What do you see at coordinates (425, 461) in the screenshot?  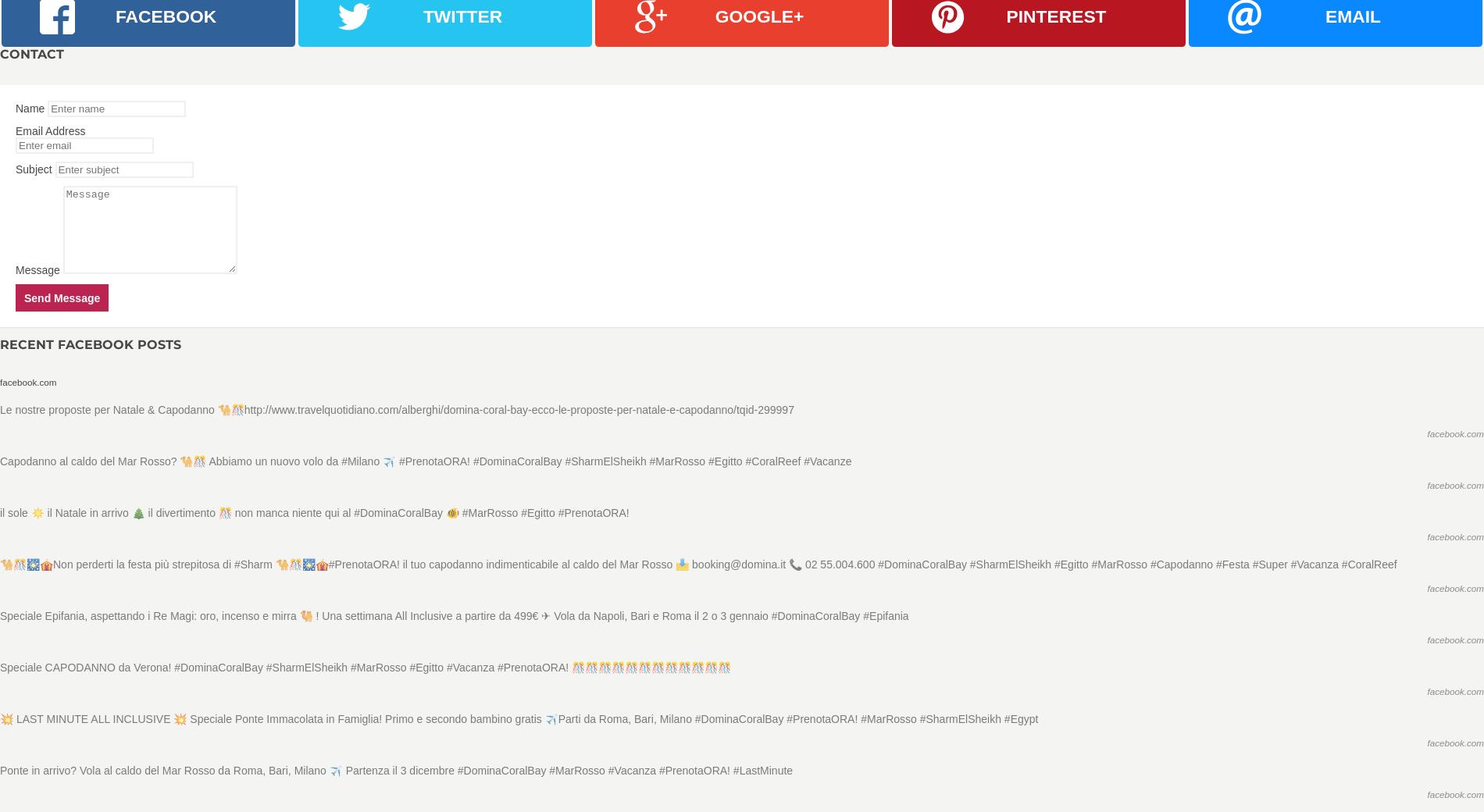 I see `'Capodanno al caldo del Mar Rosso?
🐪🎊
Abbiamo un nuovo volo da #Milano ✈️
#PrenotaORA! #DominaCoralBay #SharmElSheikh #MarRosso #Egitto #CoralReef #Vacanze'` at bounding box center [425, 461].